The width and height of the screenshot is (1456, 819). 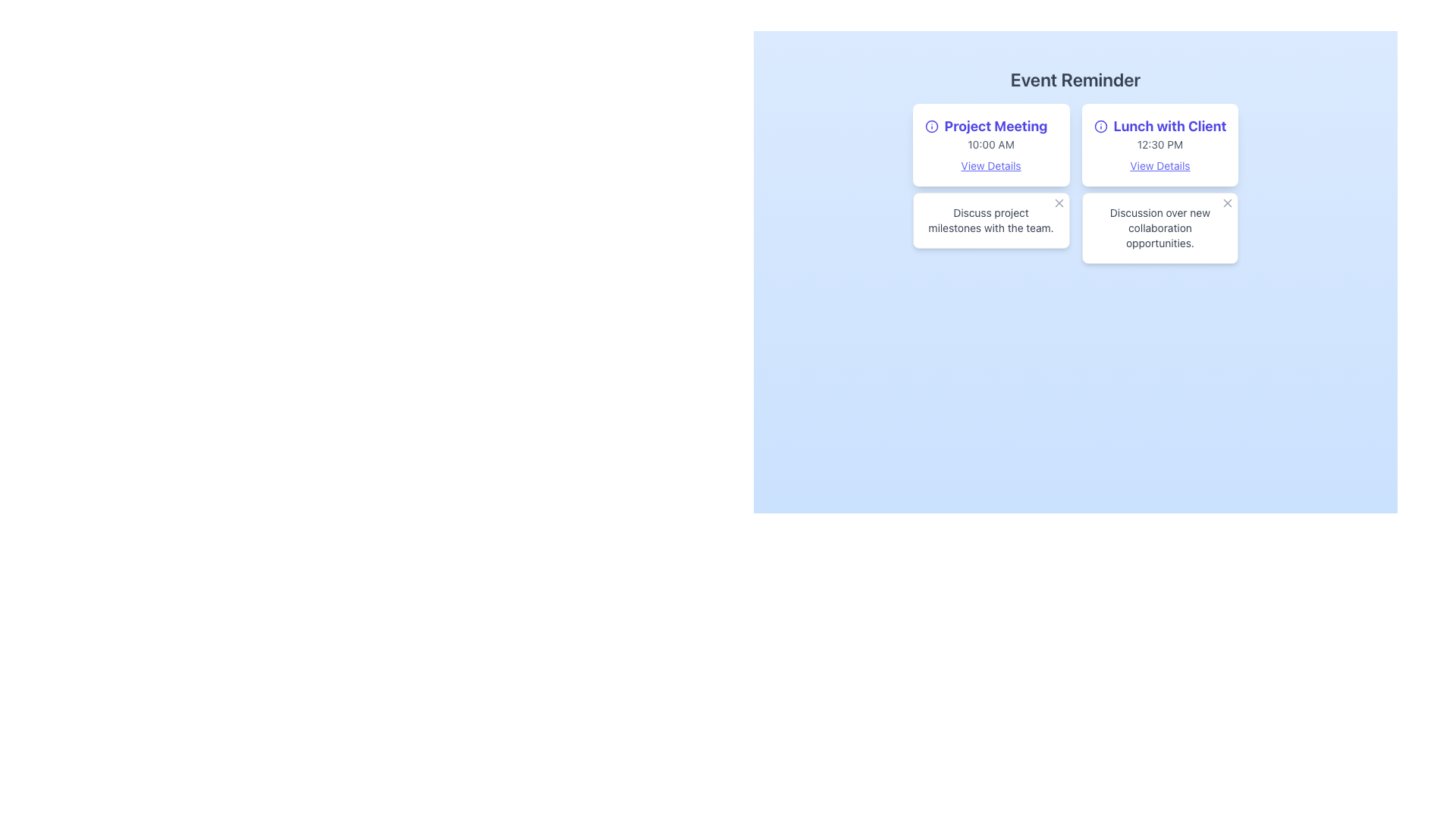 I want to click on the 'View Details' hyperlink located below '12:30 PM' in the 'Lunch with Client' card, so click(x=1159, y=166).